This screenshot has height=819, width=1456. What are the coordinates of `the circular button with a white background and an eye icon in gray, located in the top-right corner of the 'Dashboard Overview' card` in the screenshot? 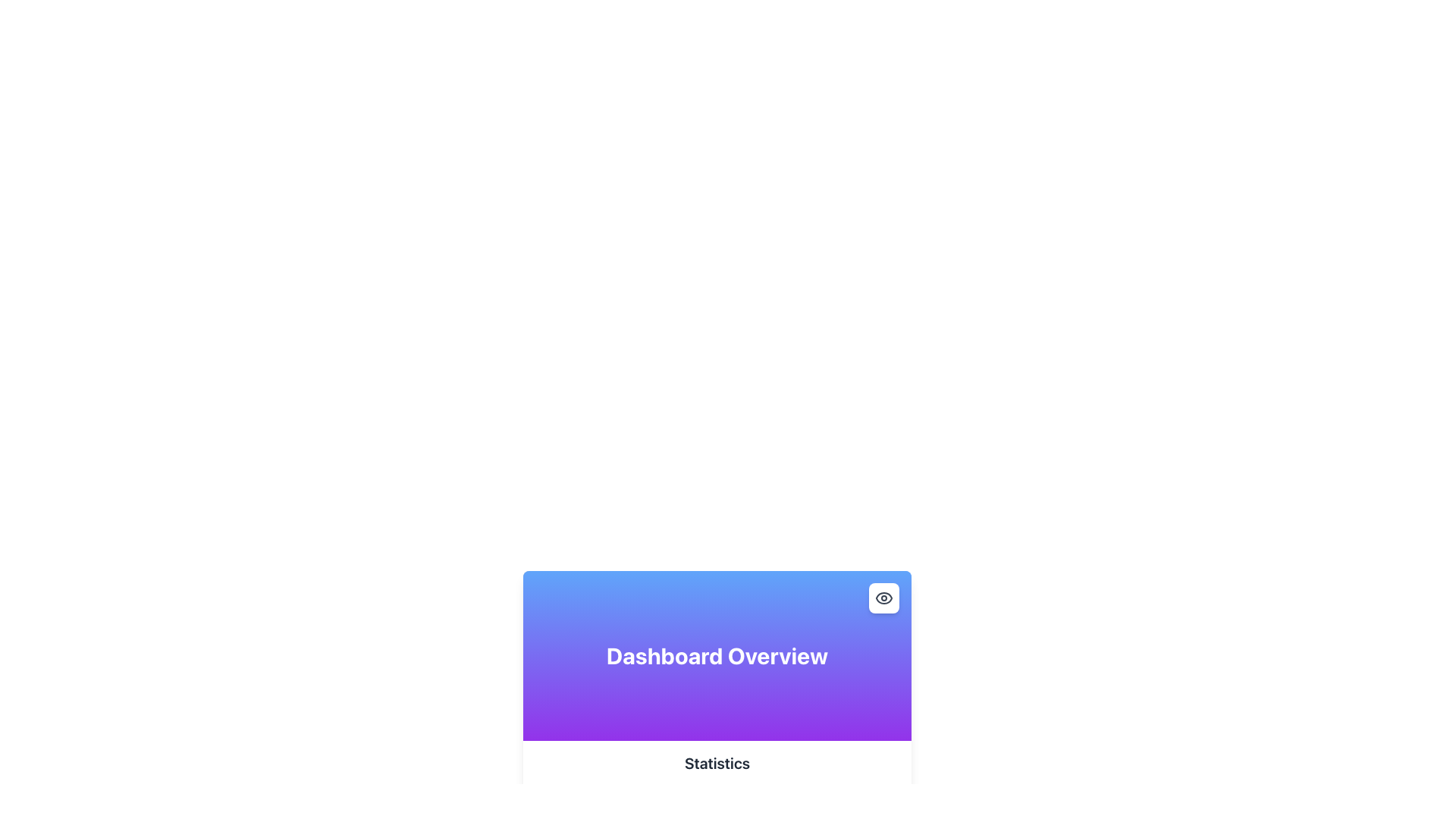 It's located at (884, 598).